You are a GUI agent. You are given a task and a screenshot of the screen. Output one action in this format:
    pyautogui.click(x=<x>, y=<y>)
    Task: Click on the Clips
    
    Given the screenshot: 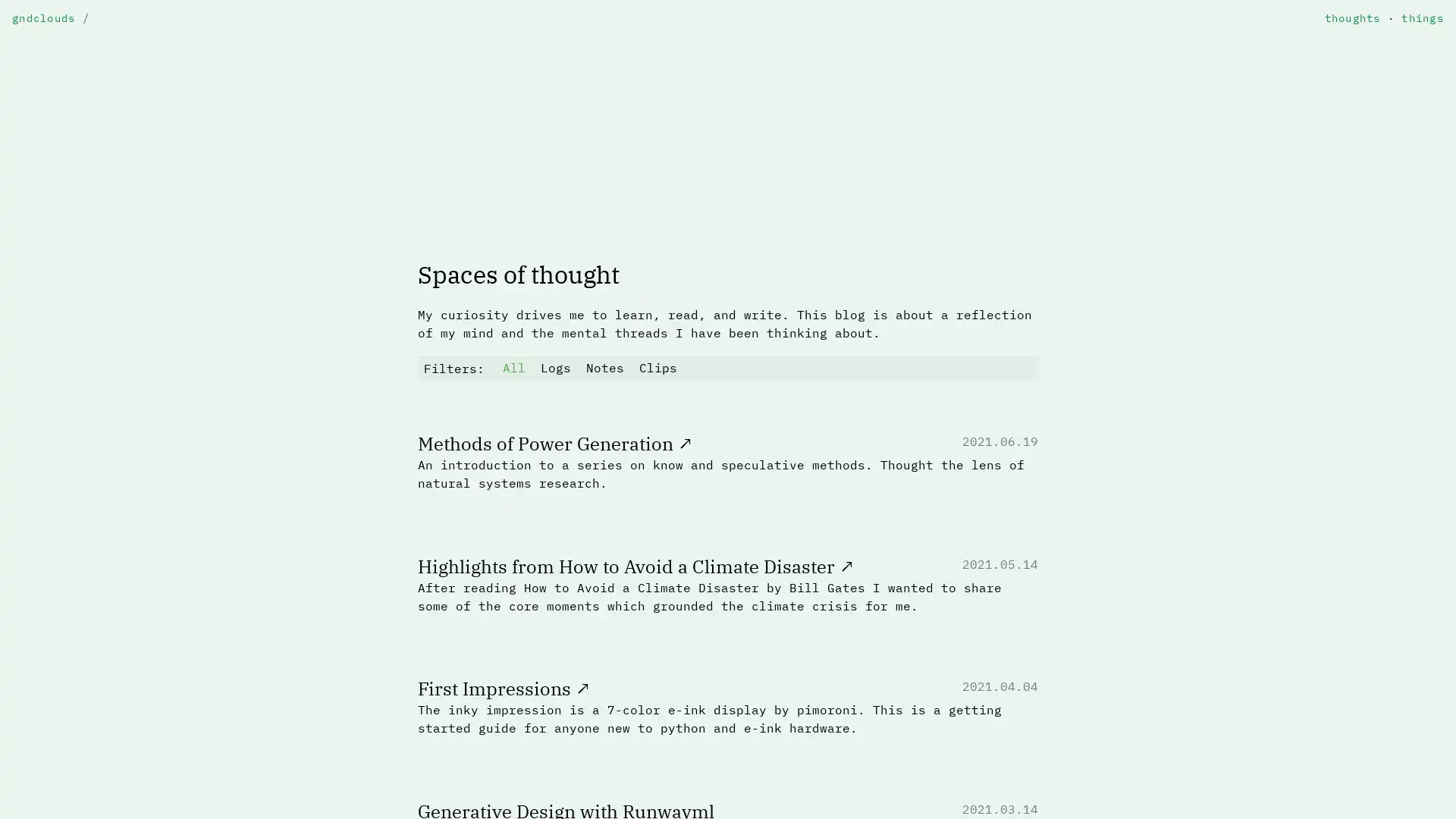 What is the action you would take?
    pyautogui.click(x=658, y=368)
    